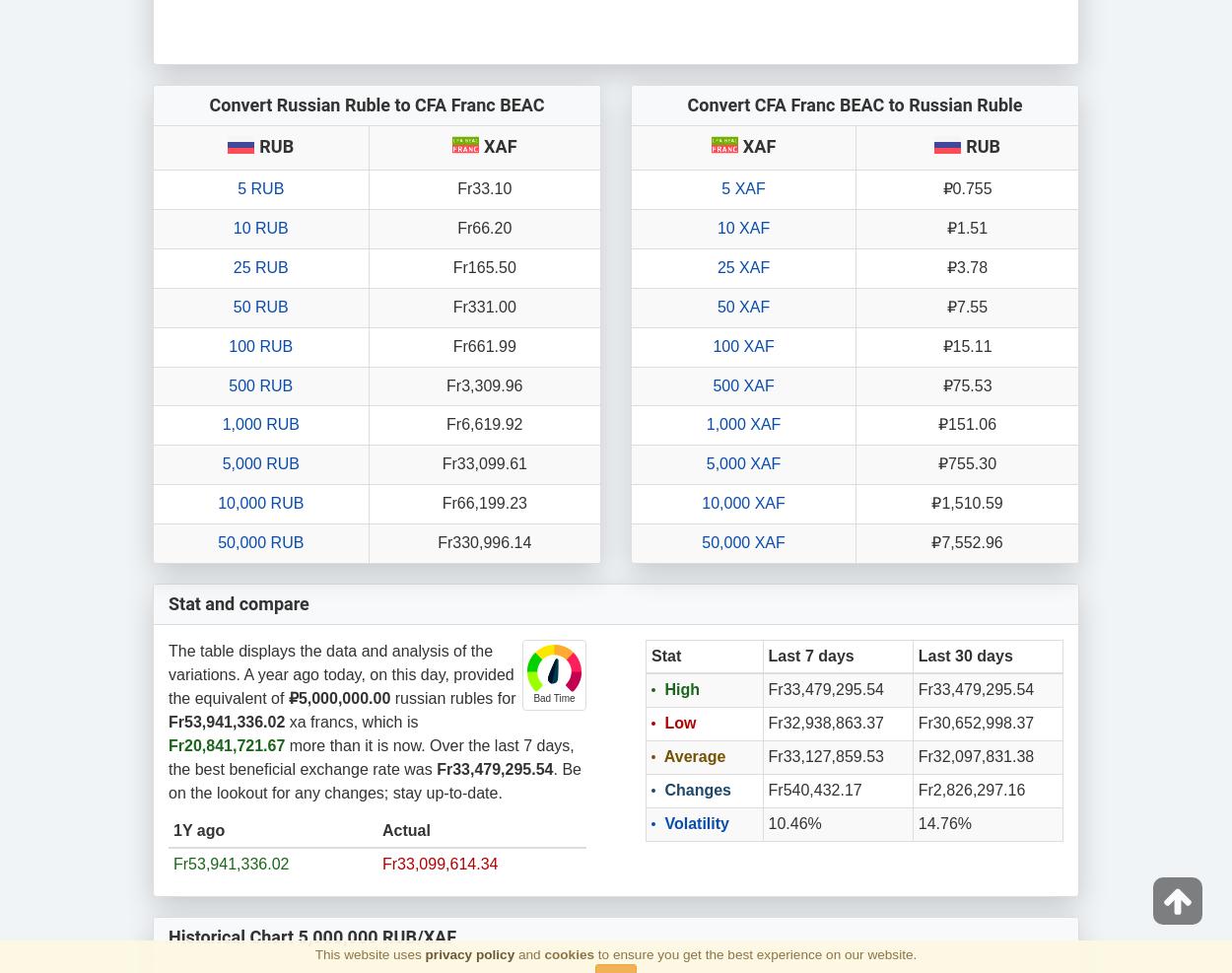  What do you see at coordinates (483, 384) in the screenshot?
I see `'Fr3,309.96'` at bounding box center [483, 384].